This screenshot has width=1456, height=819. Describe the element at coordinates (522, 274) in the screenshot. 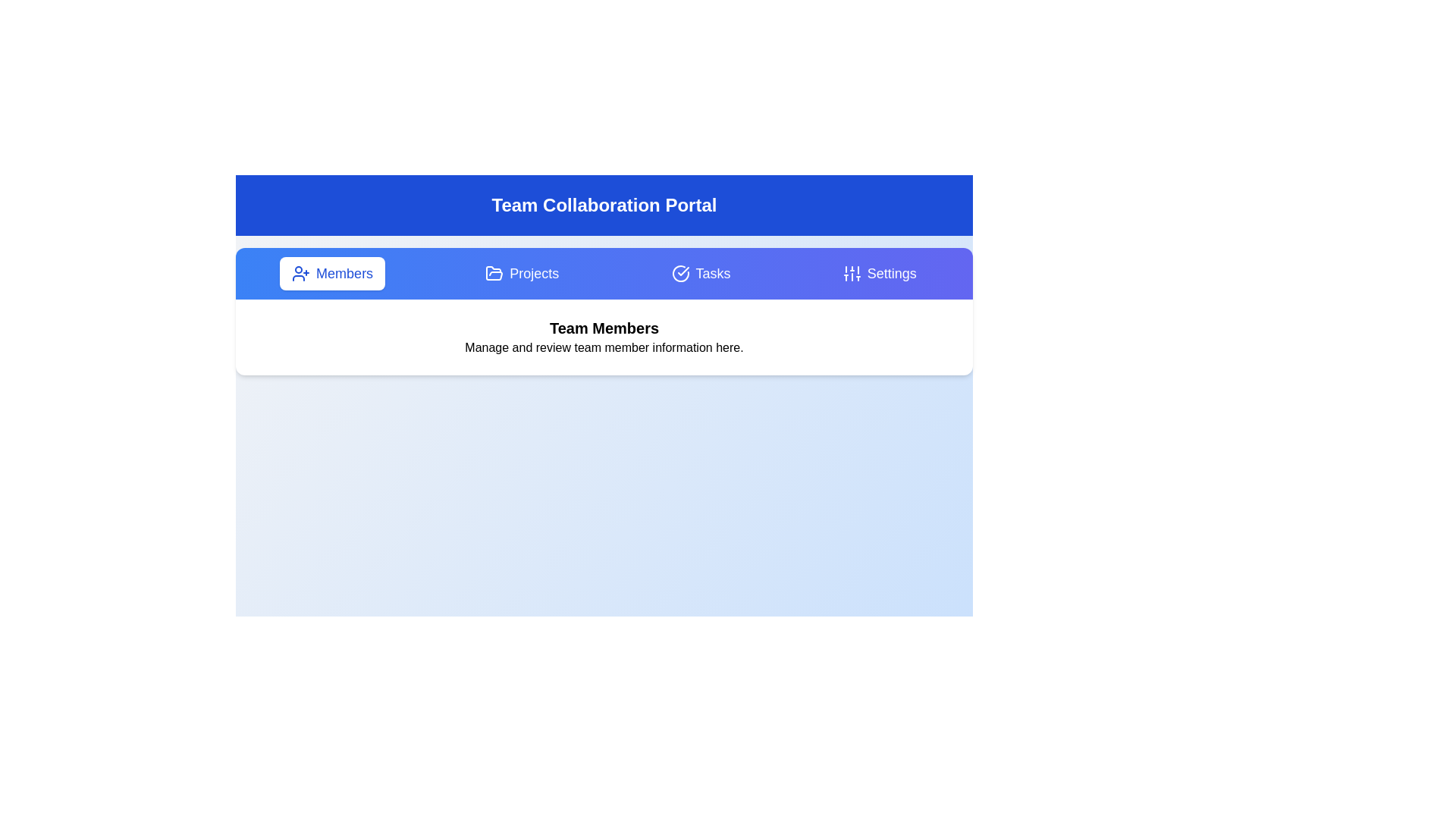

I see `the 'Projects' button, which is a blue button with rounded corners and a folder icon, located in the top navigation bar between the 'Members' and 'Tasks' buttons` at that location.